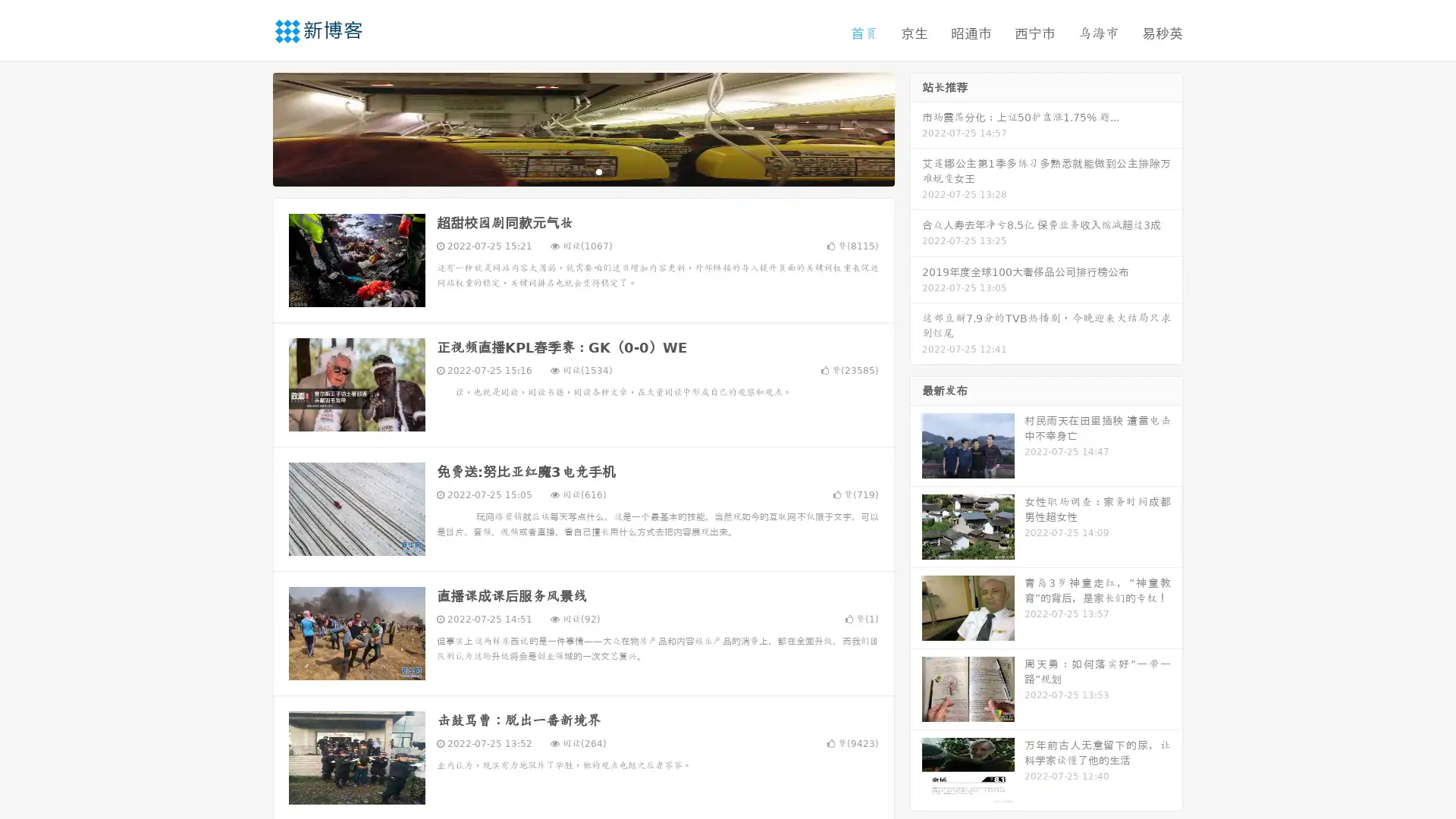 The height and width of the screenshot is (819, 1456). I want to click on Go to slide 2, so click(582, 171).